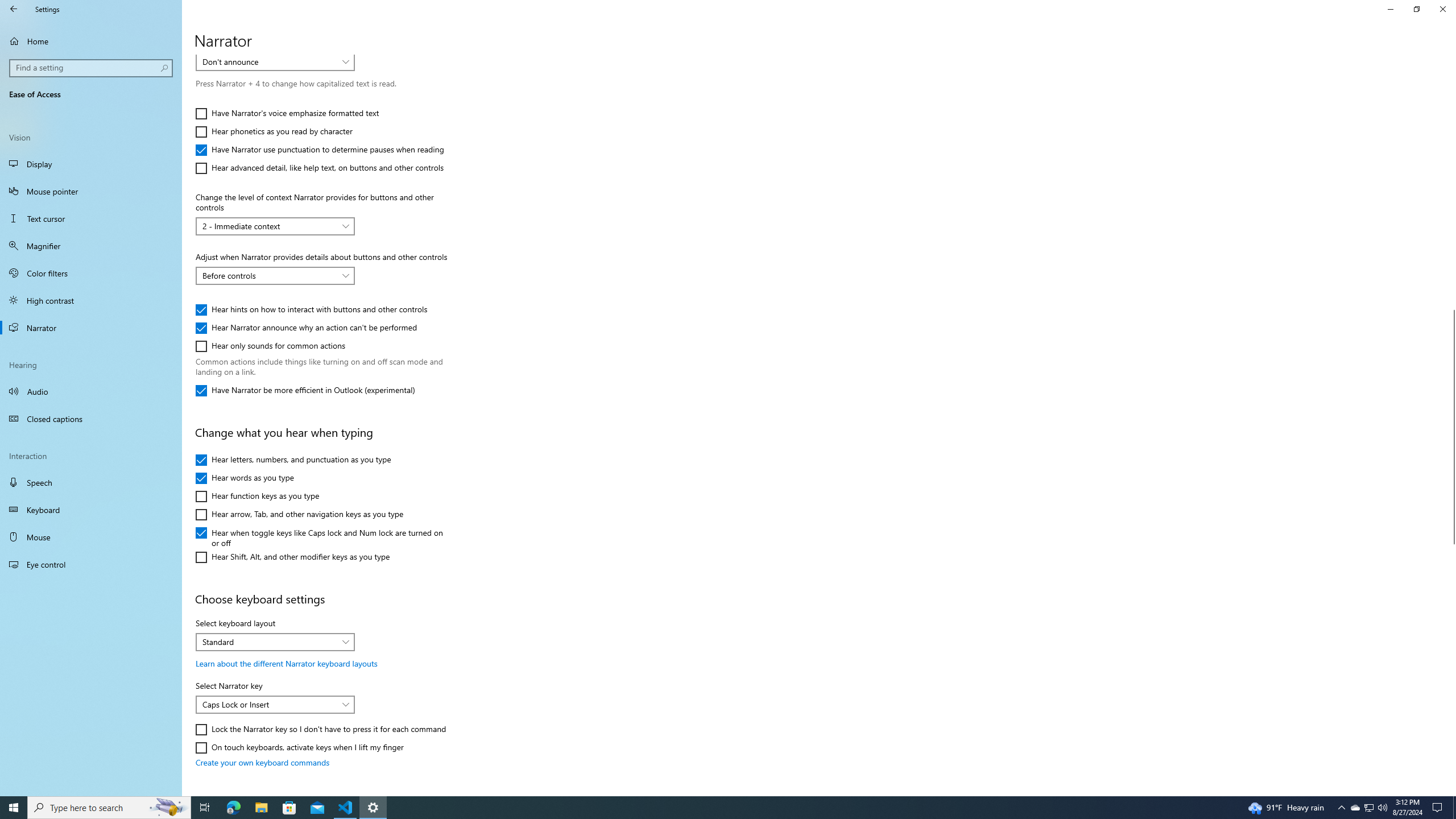 The image size is (1456, 819). What do you see at coordinates (304, 390) in the screenshot?
I see `'Have Narrator be more efficient in Outlook (experimental)'` at bounding box center [304, 390].